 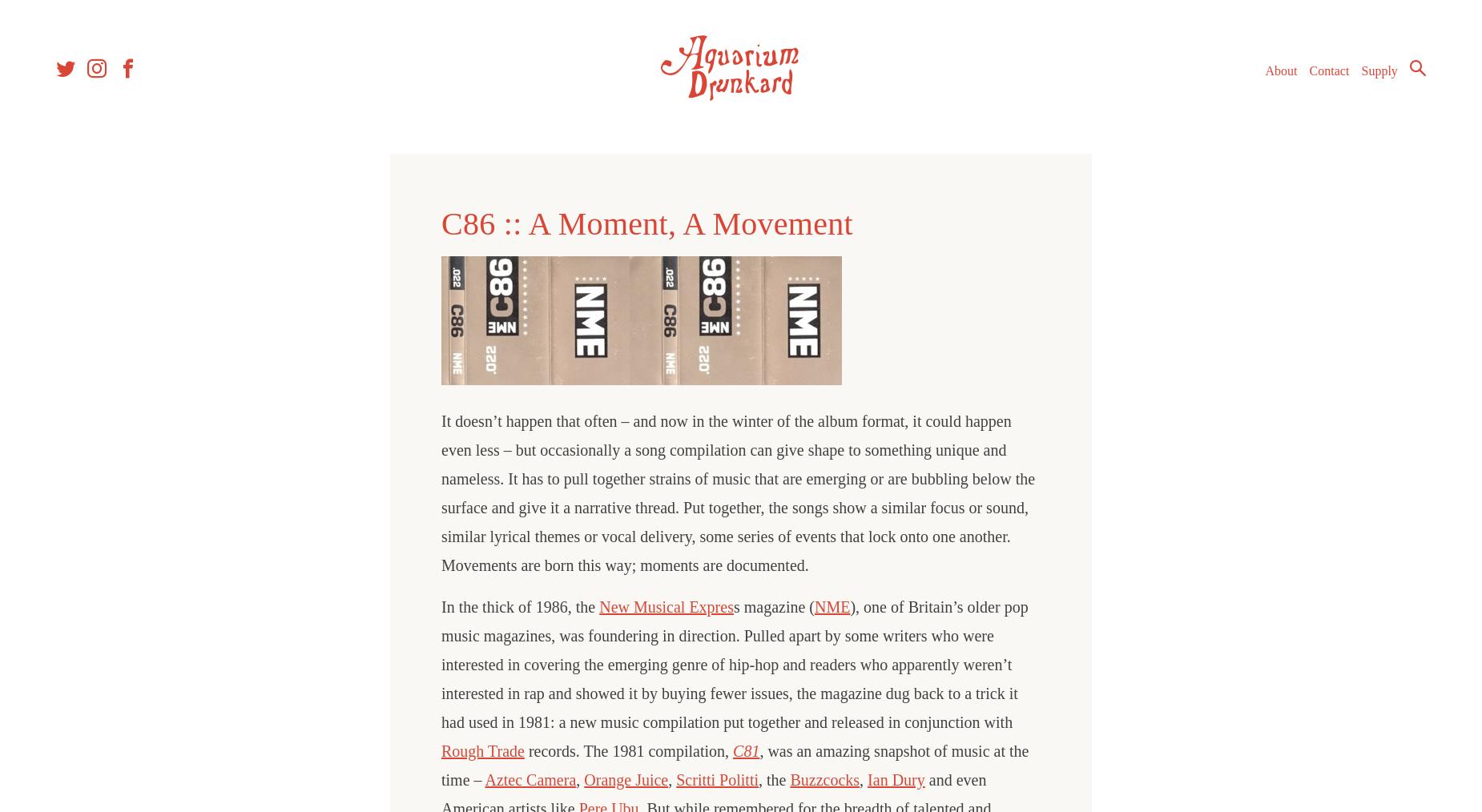 What do you see at coordinates (530, 780) in the screenshot?
I see `'Aztec Camera'` at bounding box center [530, 780].